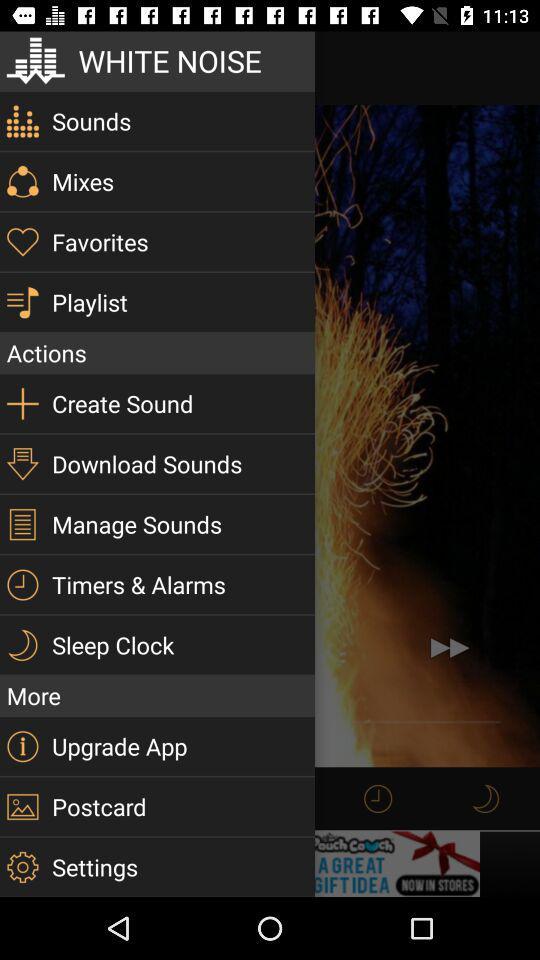 This screenshot has width=540, height=960. I want to click on the fast forward, so click(449, 647).